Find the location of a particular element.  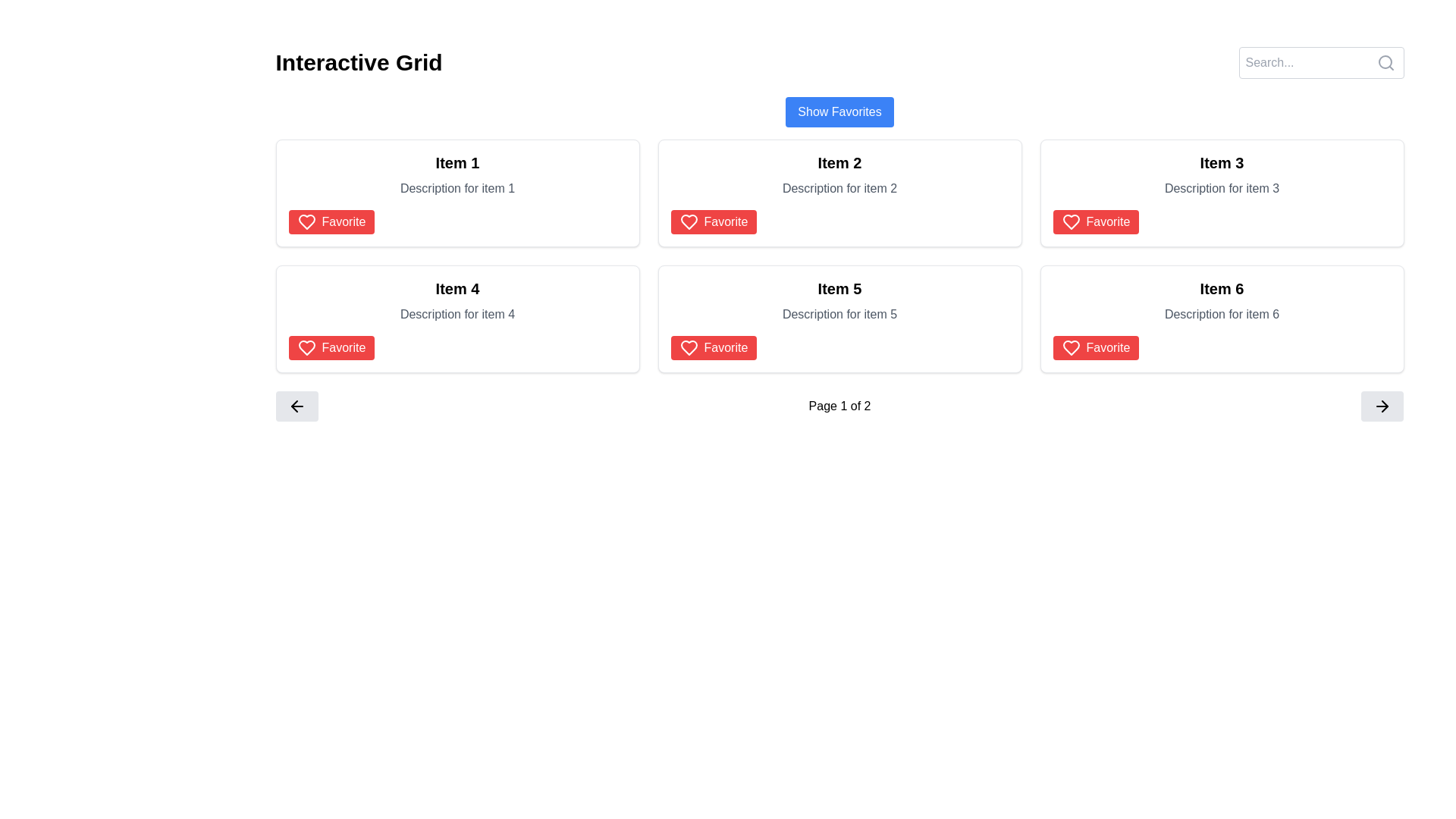

the text label providing additional information about the 'Item 5' card, located in the second row and third column of the grid layout, positioned below the title 'Item 5' and above the 'Favorite' button is located at coordinates (839, 314).